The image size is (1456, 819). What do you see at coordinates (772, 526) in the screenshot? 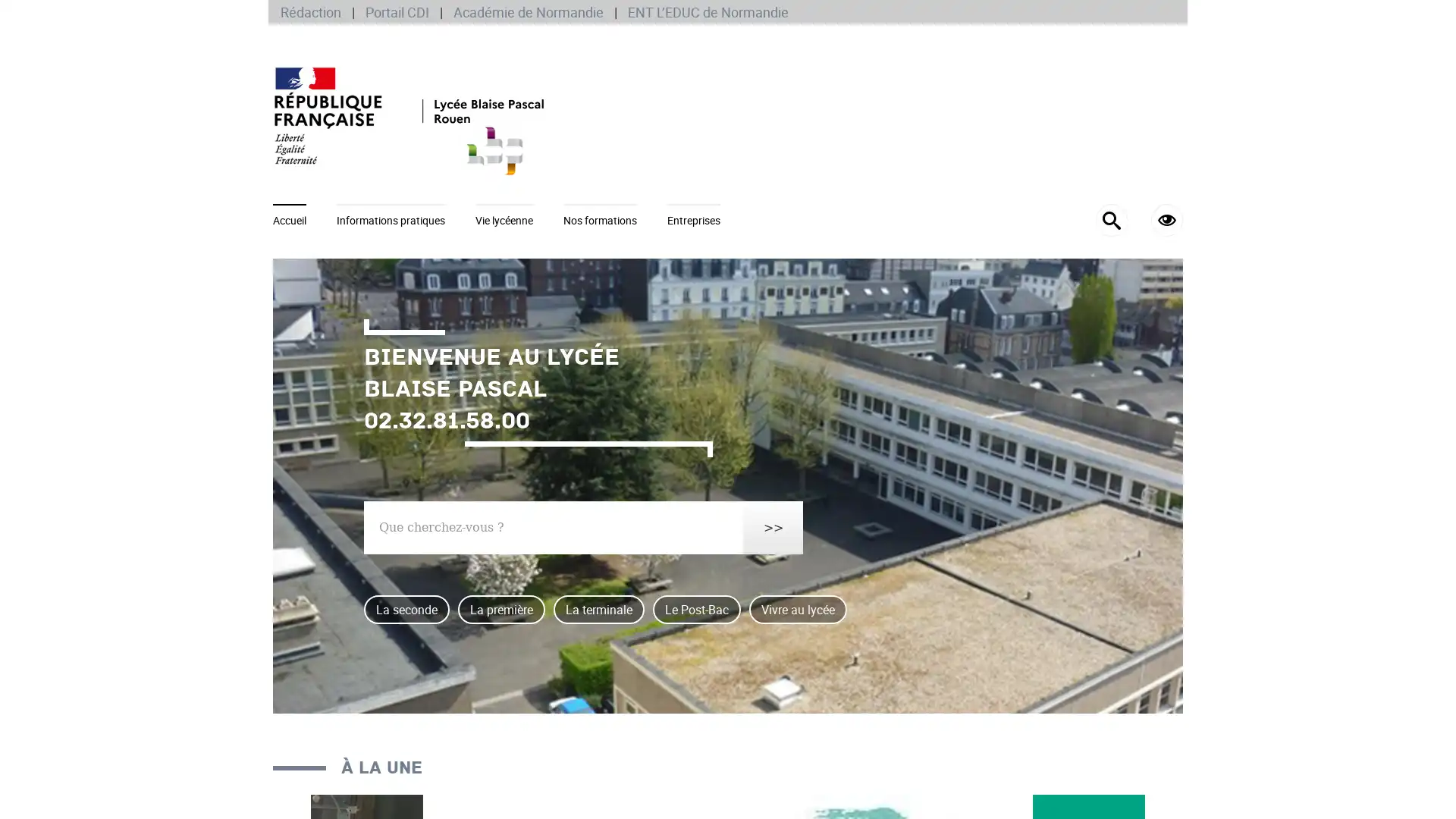
I see `>>` at bounding box center [772, 526].